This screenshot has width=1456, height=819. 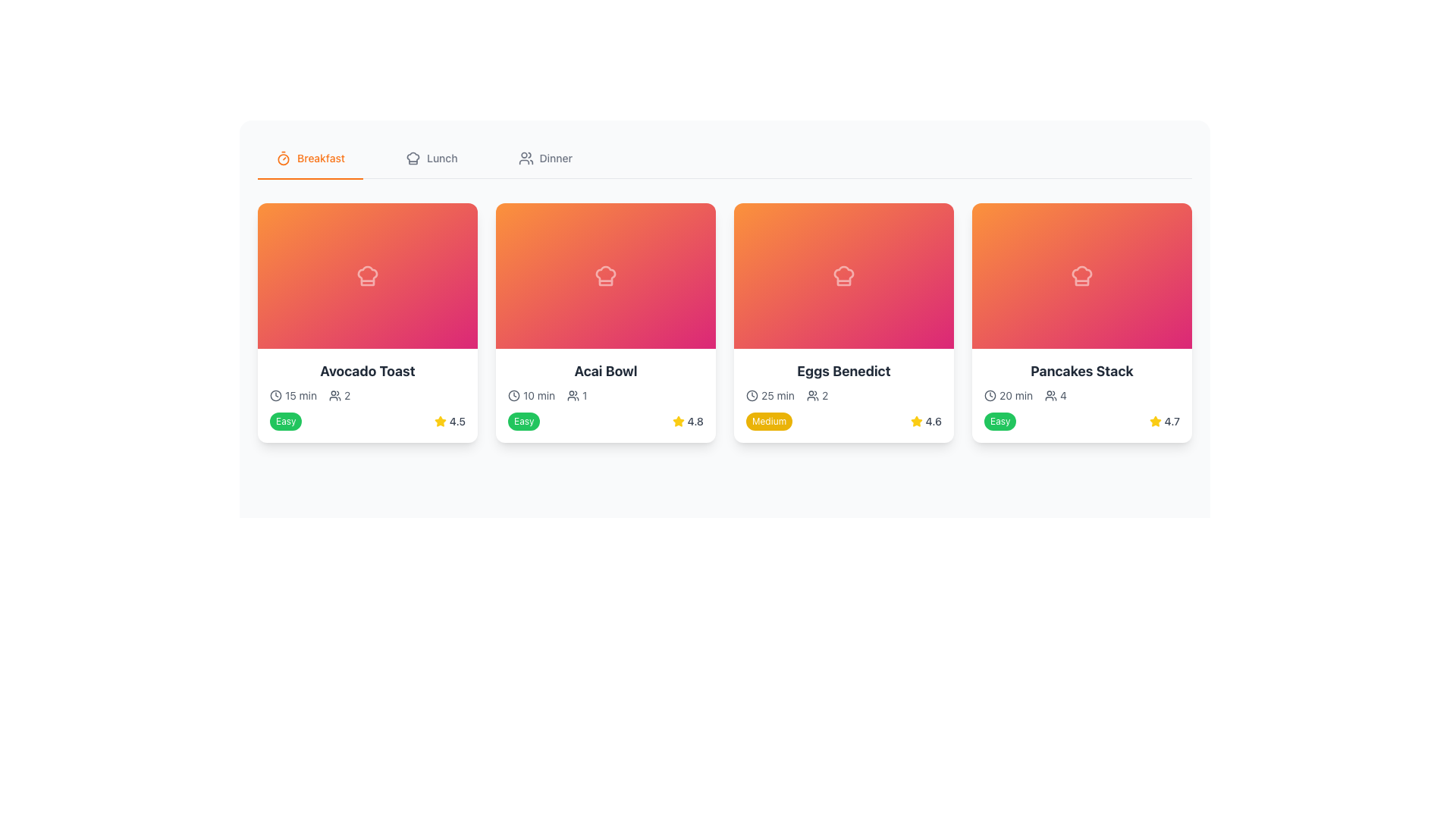 I want to click on the user/group icon located before the text label '4' in the card containing 'Pancakes Stack', so click(x=1050, y=394).